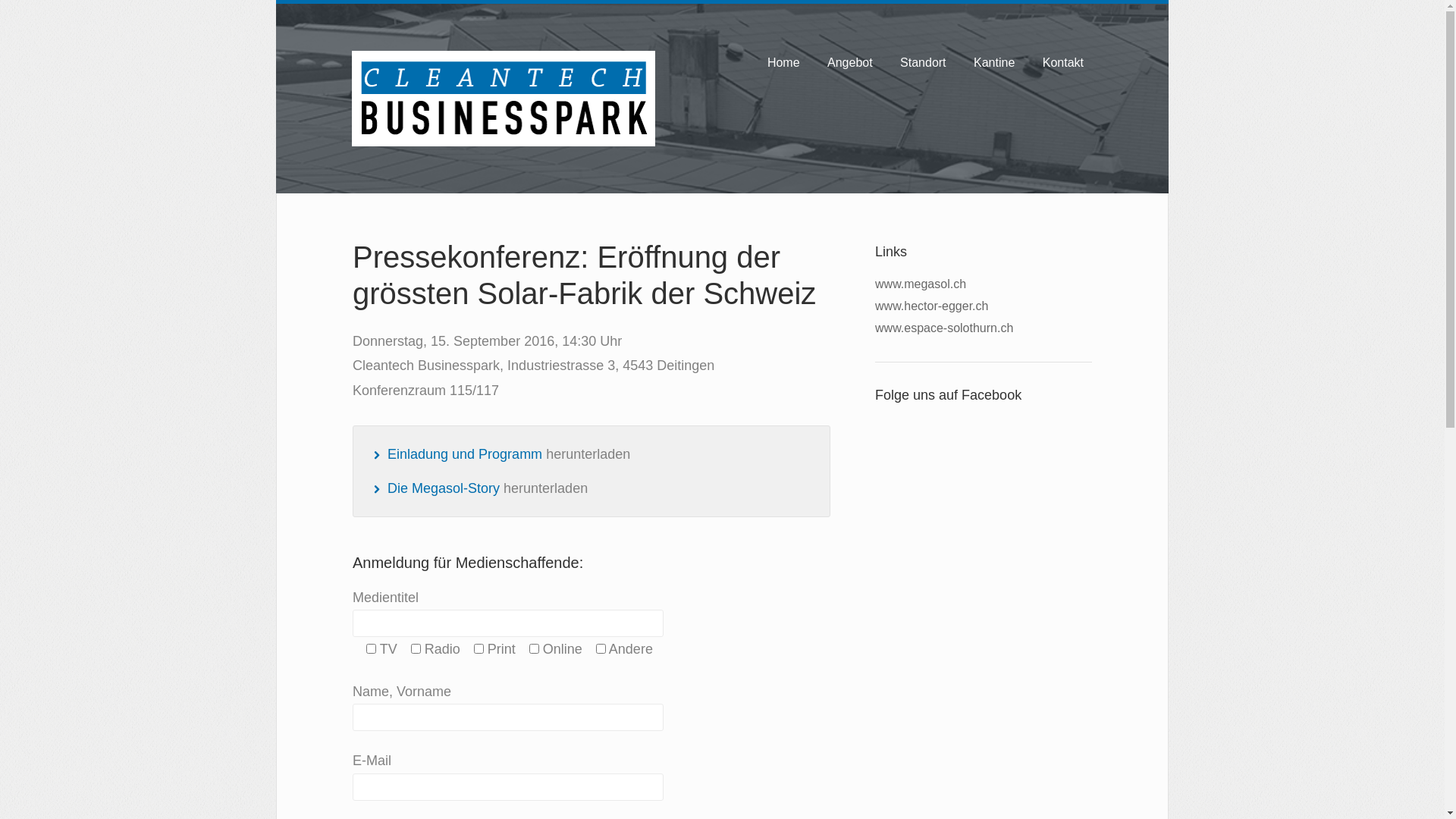  What do you see at coordinates (964, 62) in the screenshot?
I see `'Kantine'` at bounding box center [964, 62].